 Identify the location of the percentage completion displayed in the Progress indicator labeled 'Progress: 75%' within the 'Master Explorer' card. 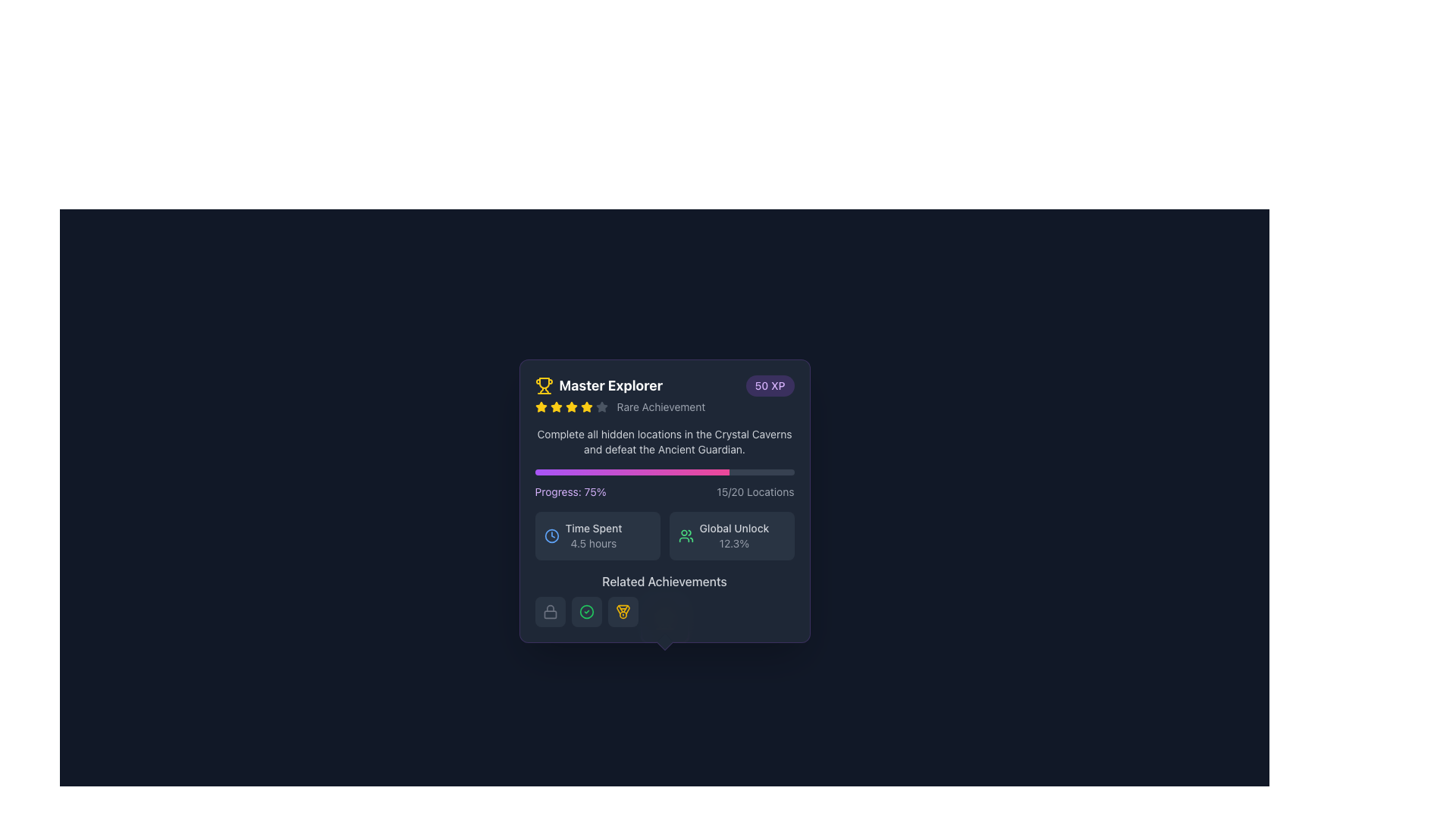
(664, 485).